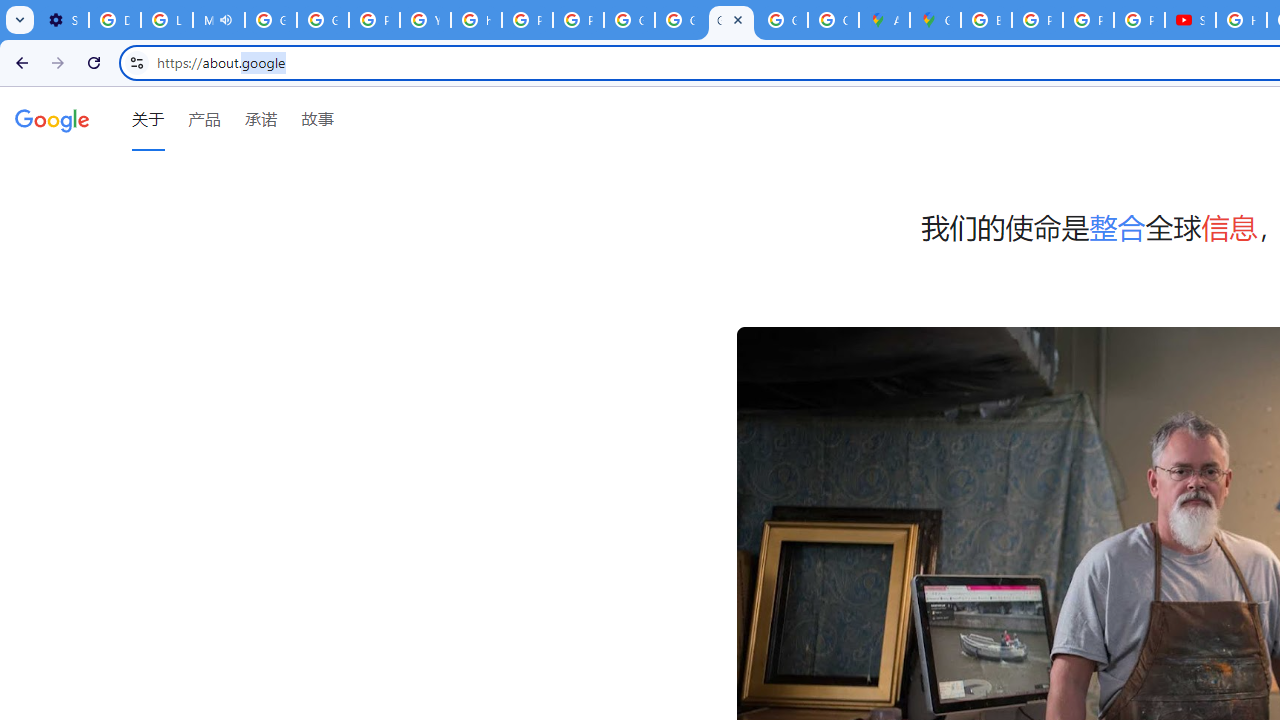  I want to click on 'Google Maps', so click(934, 20).